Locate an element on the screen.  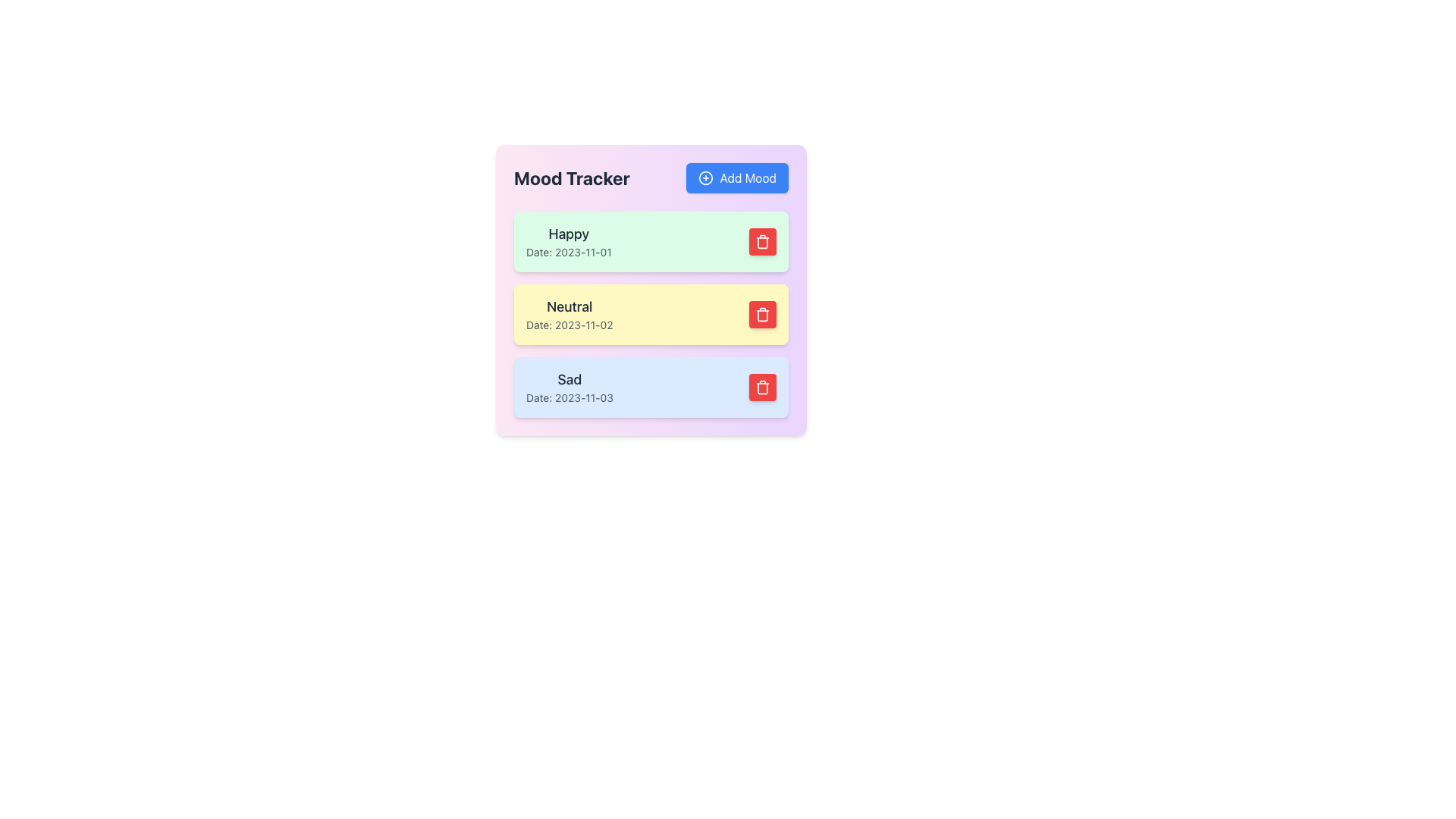
the 'Neutral' text display element, which consists of the text 'Neutral' in a bold font above 'Date: 2023-11-02', located within a yellow background tile in a list of mood entries is located at coordinates (569, 314).